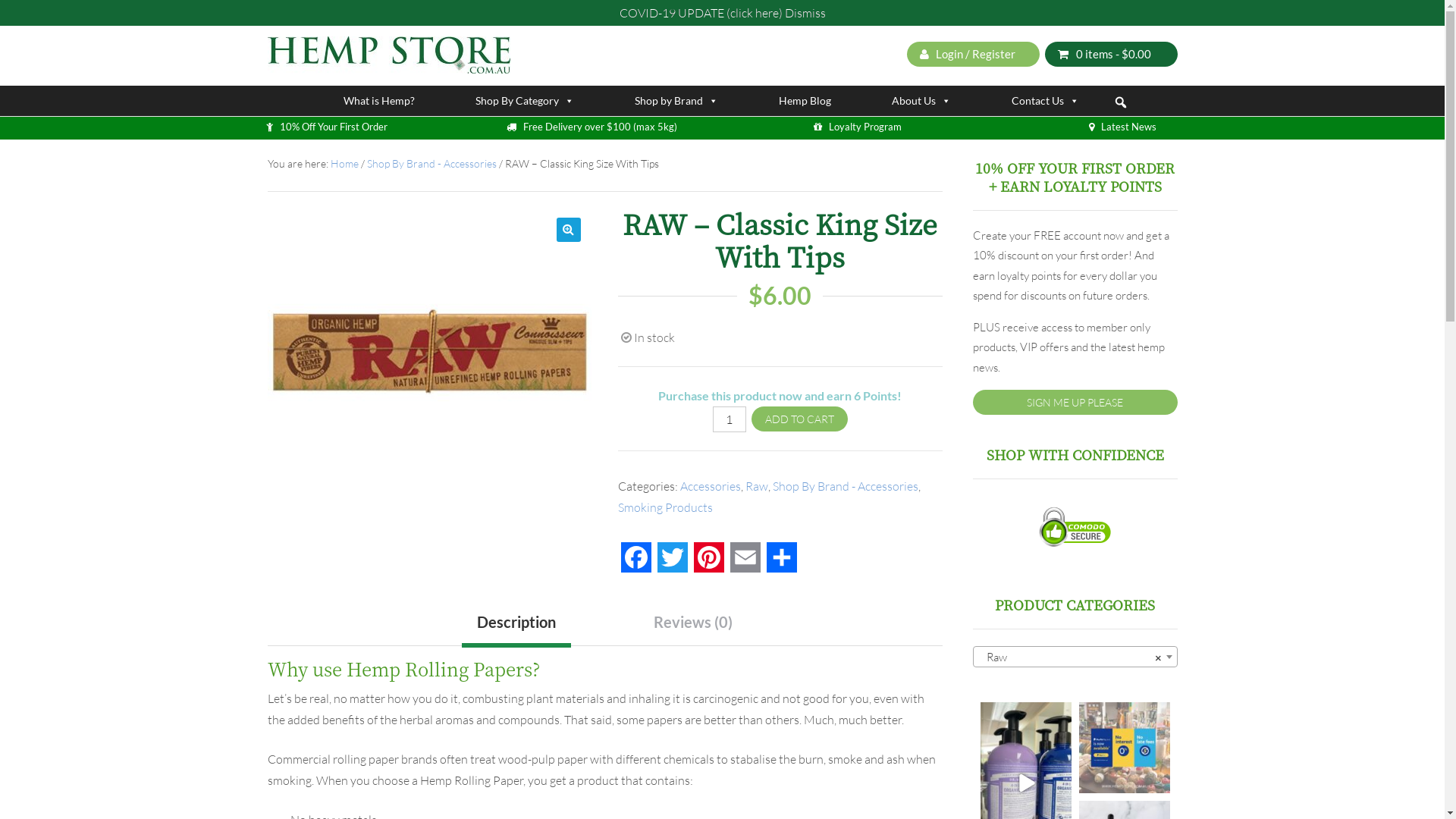 This screenshot has height=819, width=1456. I want to click on 'Home', so click(344, 163).